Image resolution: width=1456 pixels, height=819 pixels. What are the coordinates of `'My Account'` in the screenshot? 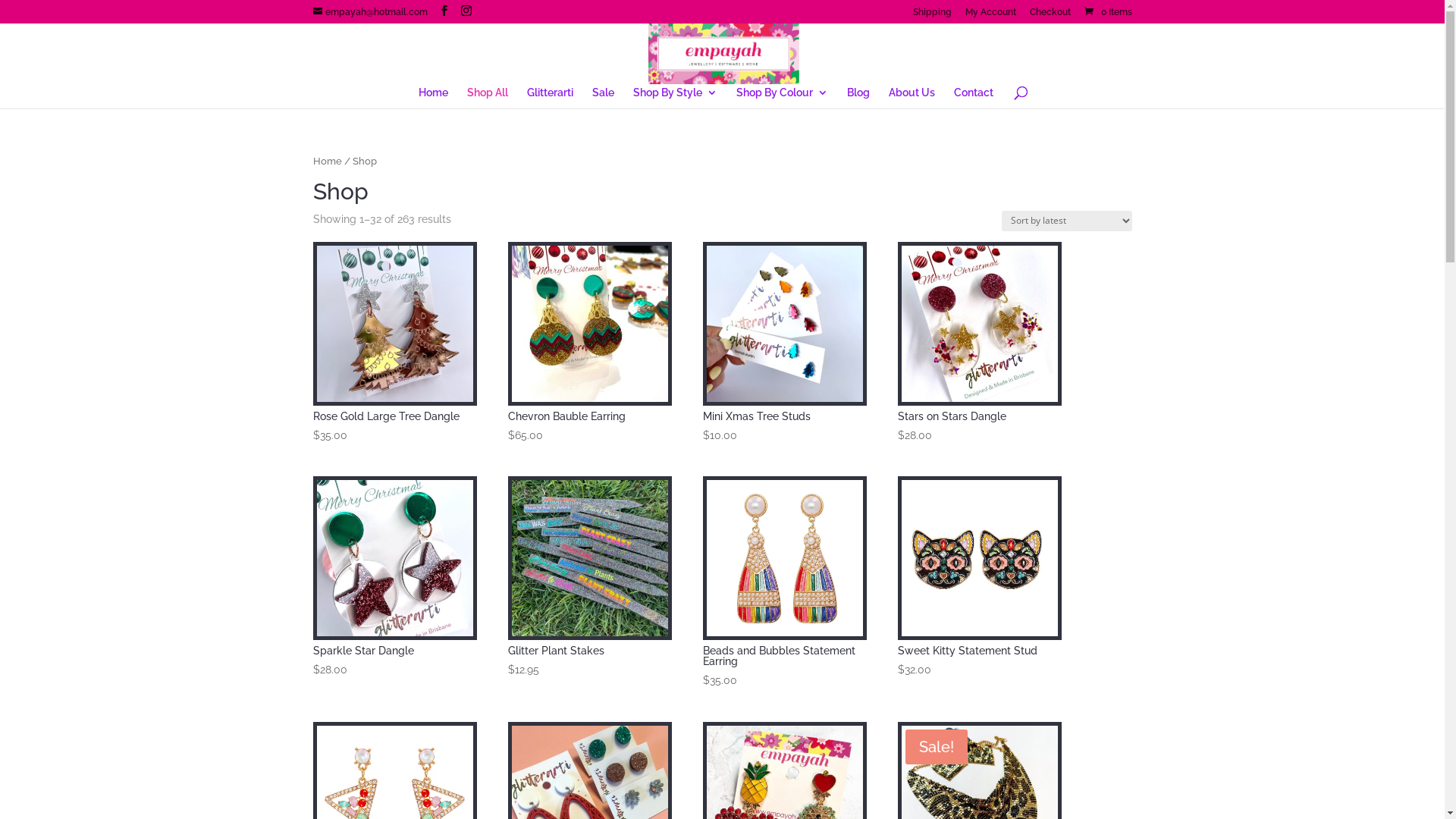 It's located at (990, 15).